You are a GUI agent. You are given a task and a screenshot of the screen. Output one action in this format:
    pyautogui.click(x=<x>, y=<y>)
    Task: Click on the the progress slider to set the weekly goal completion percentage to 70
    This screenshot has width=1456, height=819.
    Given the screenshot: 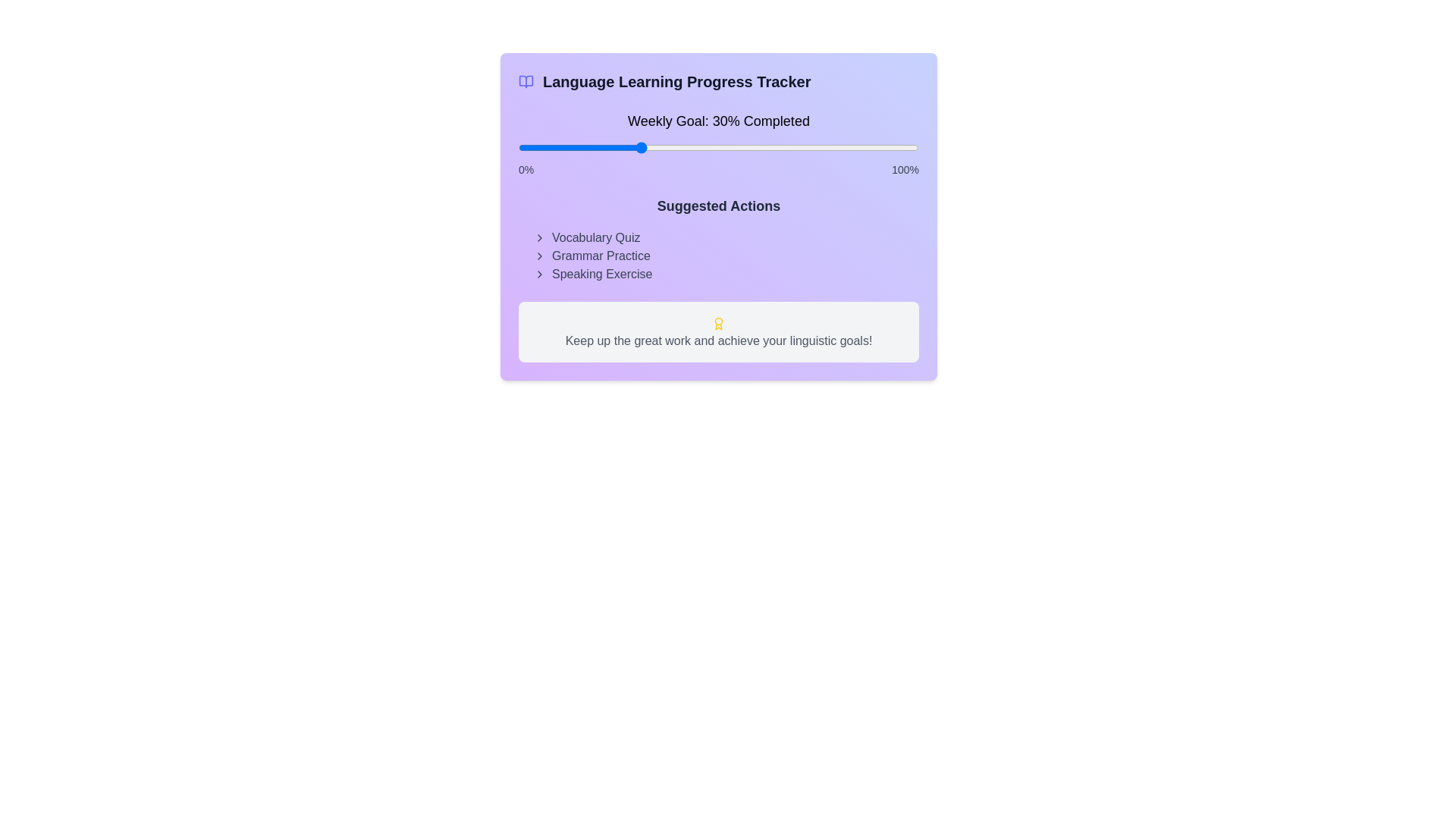 What is the action you would take?
    pyautogui.click(x=798, y=148)
    